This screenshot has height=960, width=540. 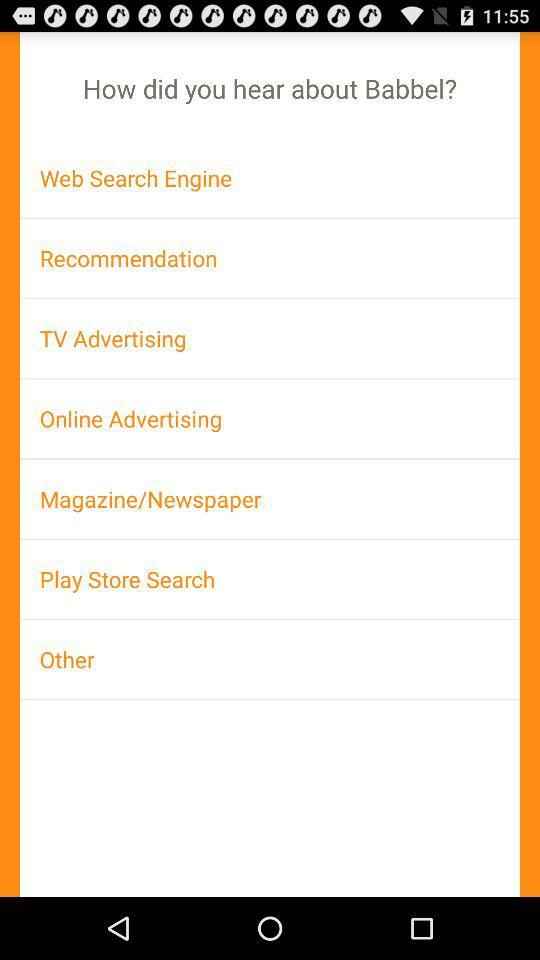 What do you see at coordinates (270, 338) in the screenshot?
I see `app below recommendation item` at bounding box center [270, 338].